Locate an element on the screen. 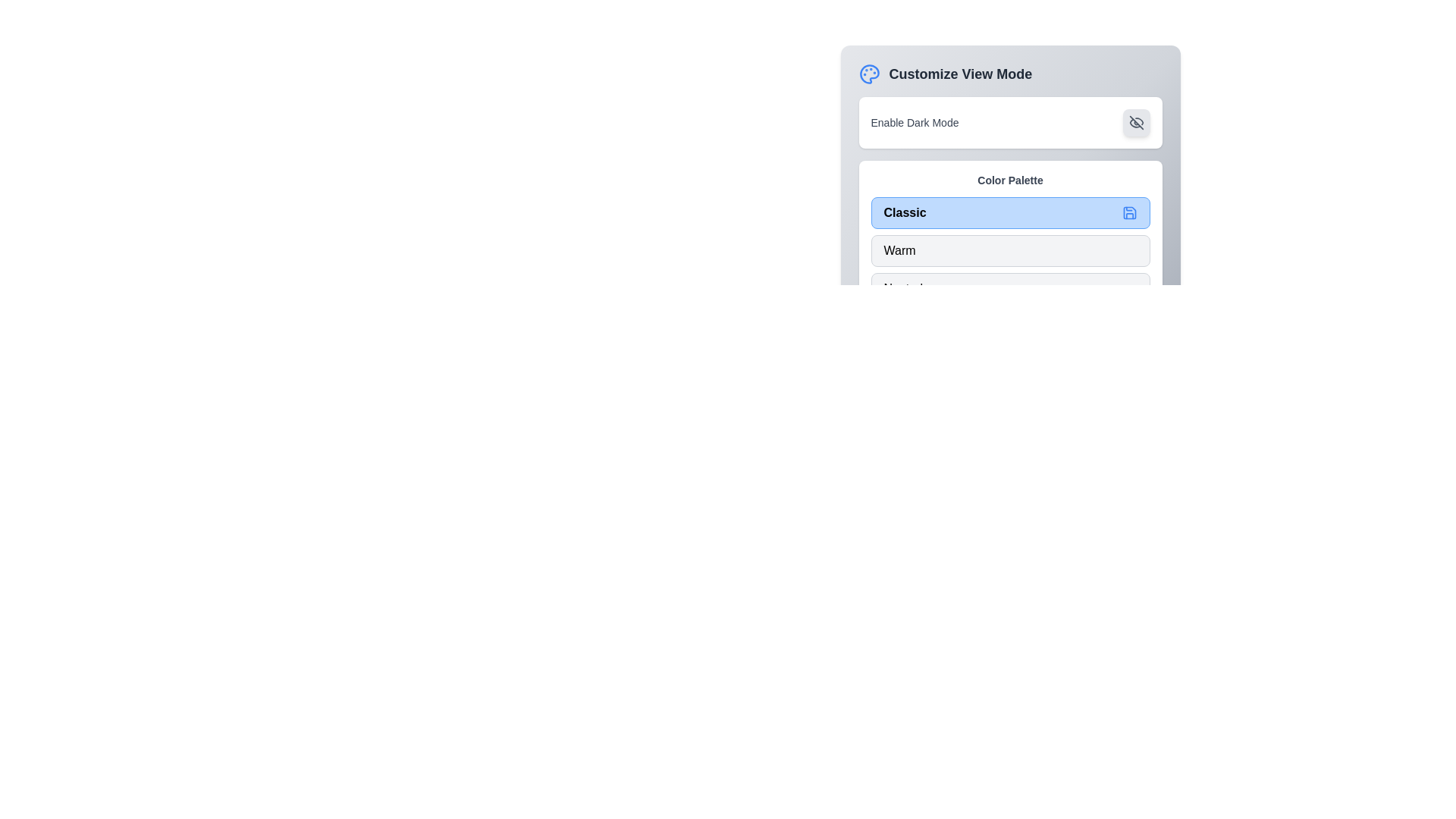 Image resolution: width=1456 pixels, height=819 pixels. the 'Enable Dark Mode' setting option located within the 'Customize View Mode' card is located at coordinates (1010, 122).